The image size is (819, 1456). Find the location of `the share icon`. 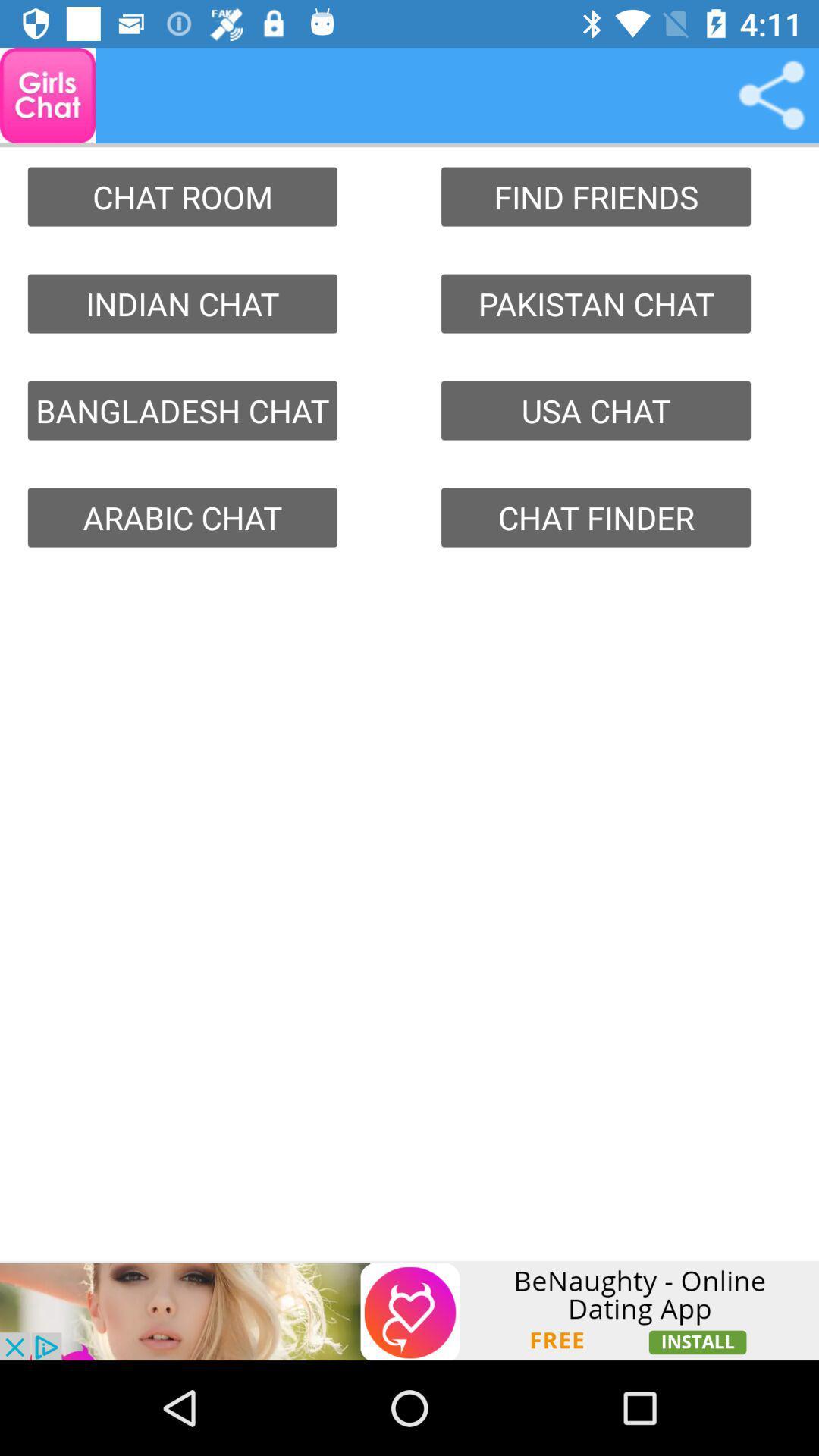

the share icon is located at coordinates (771, 94).